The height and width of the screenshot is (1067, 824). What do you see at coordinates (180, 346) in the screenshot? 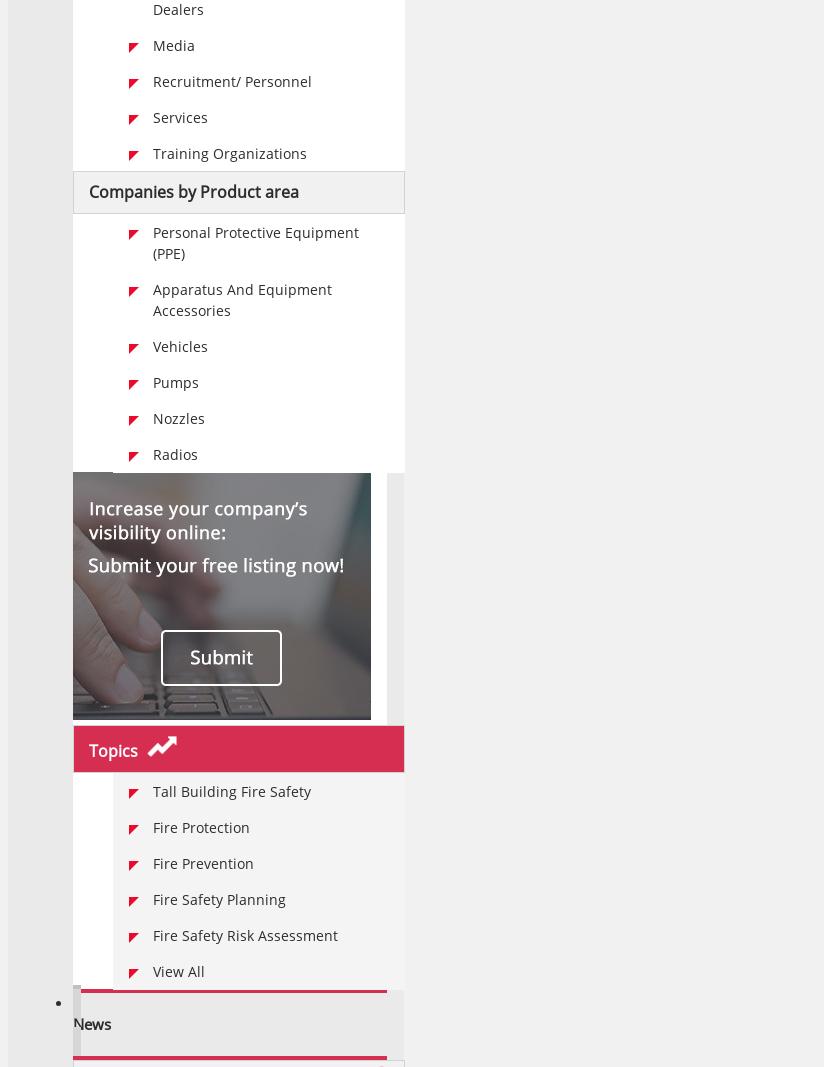
I see `'Vehicles'` at bounding box center [180, 346].